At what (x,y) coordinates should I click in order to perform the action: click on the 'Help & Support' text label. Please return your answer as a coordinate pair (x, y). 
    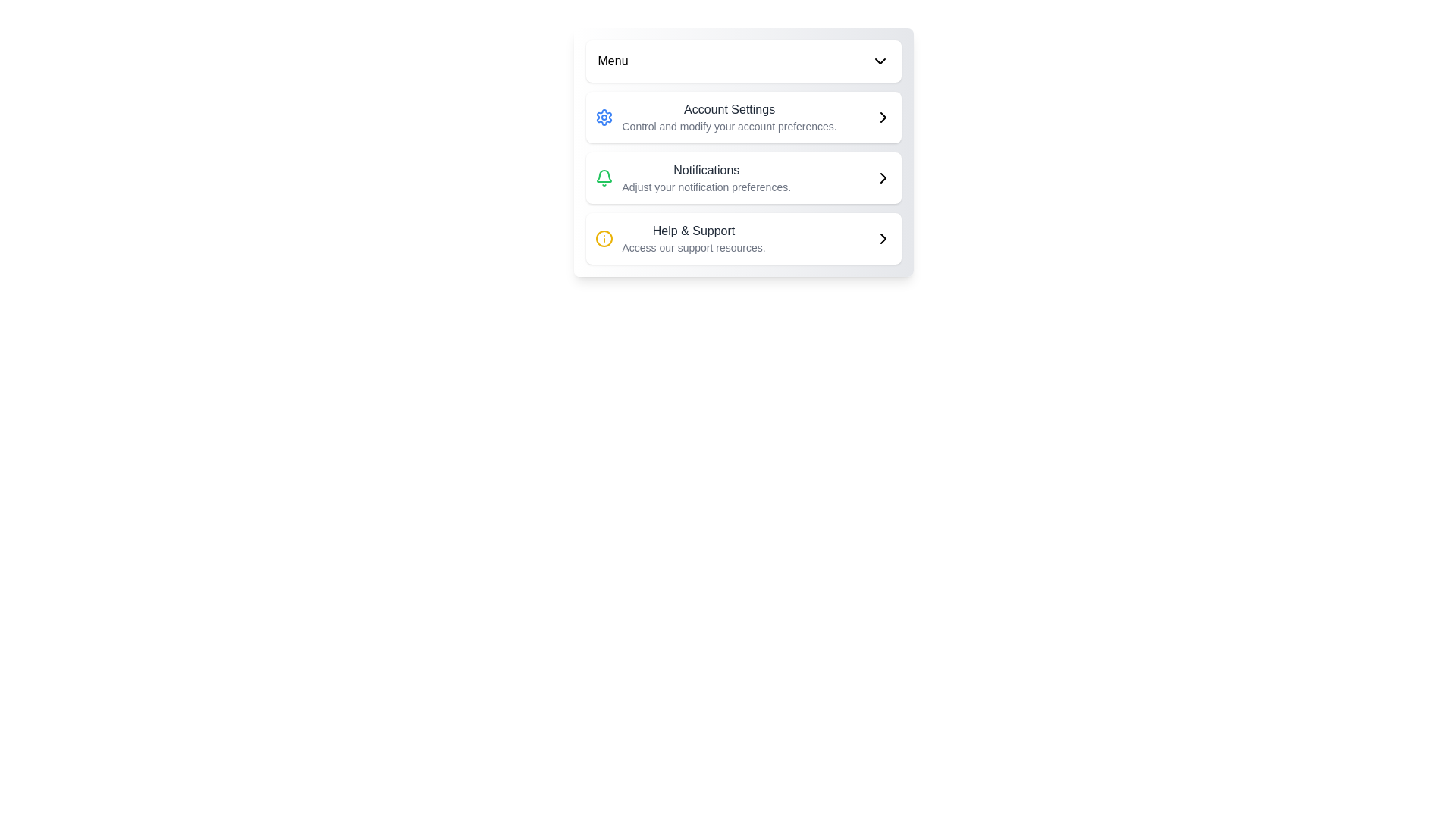
    Looking at the image, I should click on (693, 231).